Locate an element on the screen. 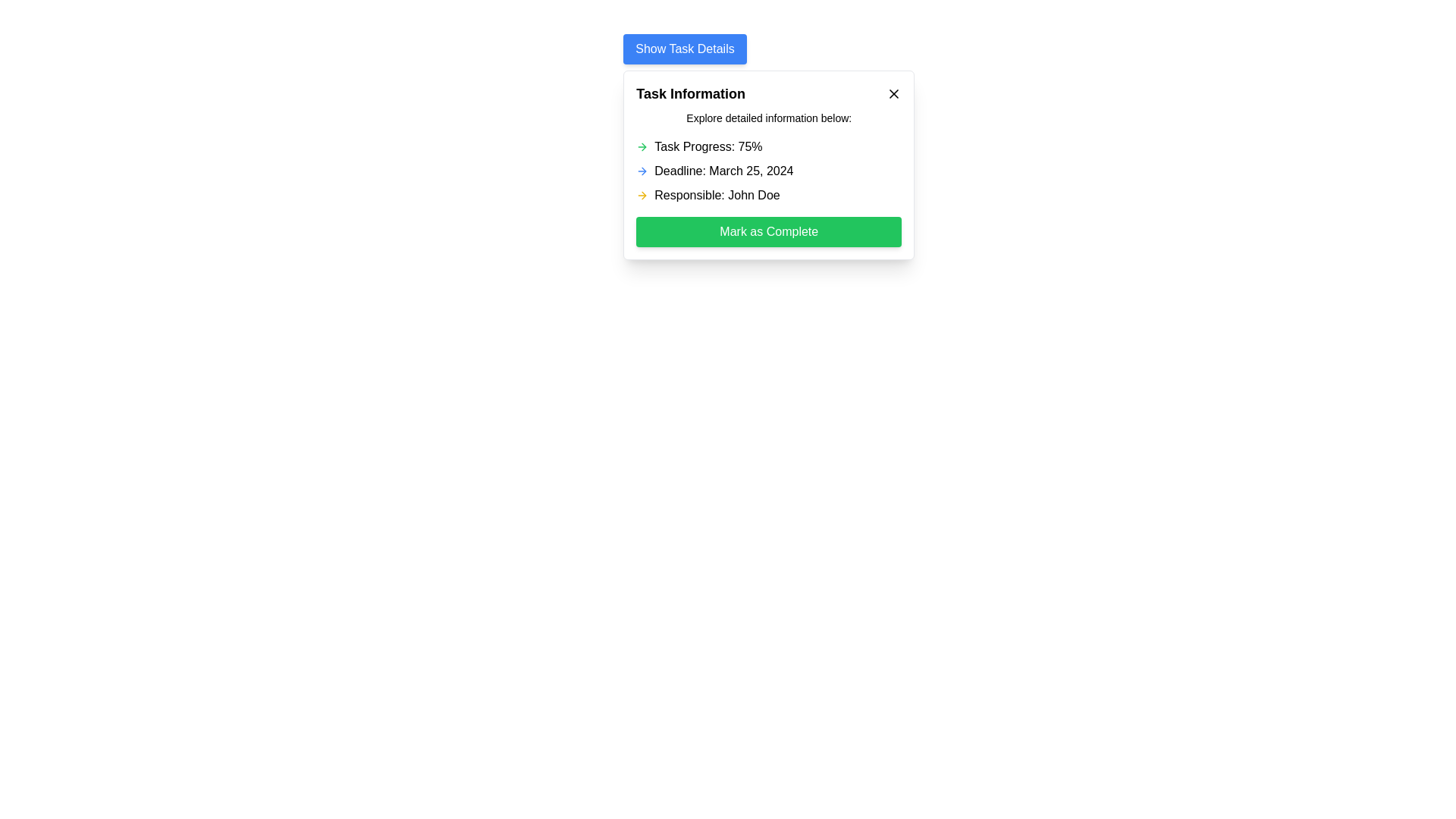  the diagonal line component of the close button located in the top-right corner of the dialog box is located at coordinates (894, 93).